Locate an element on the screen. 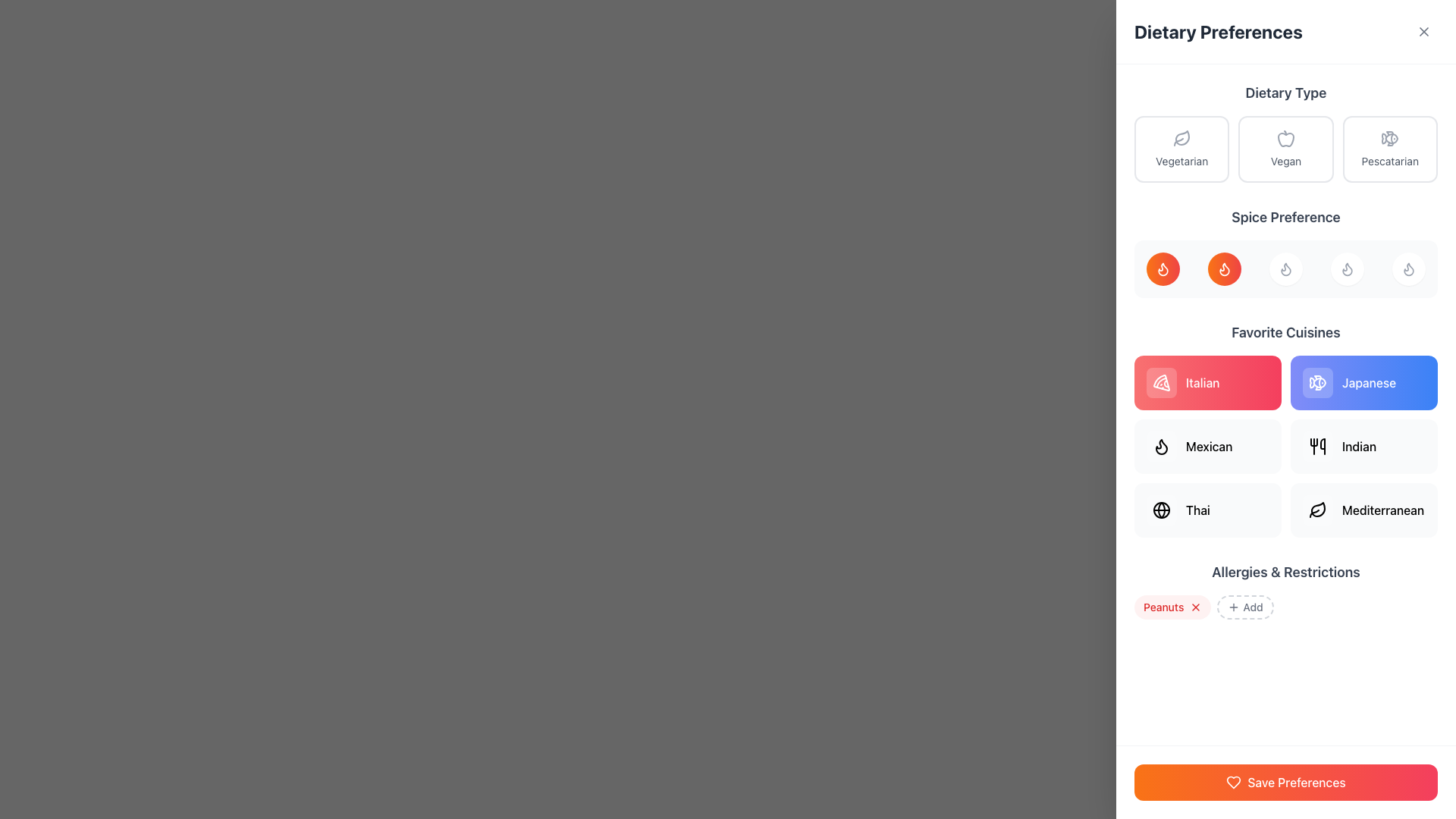 The width and height of the screenshot is (1456, 819). the apple-shaped icon located in the right-hand side panel under the 'Dietary Preferences' section is located at coordinates (1285, 140).